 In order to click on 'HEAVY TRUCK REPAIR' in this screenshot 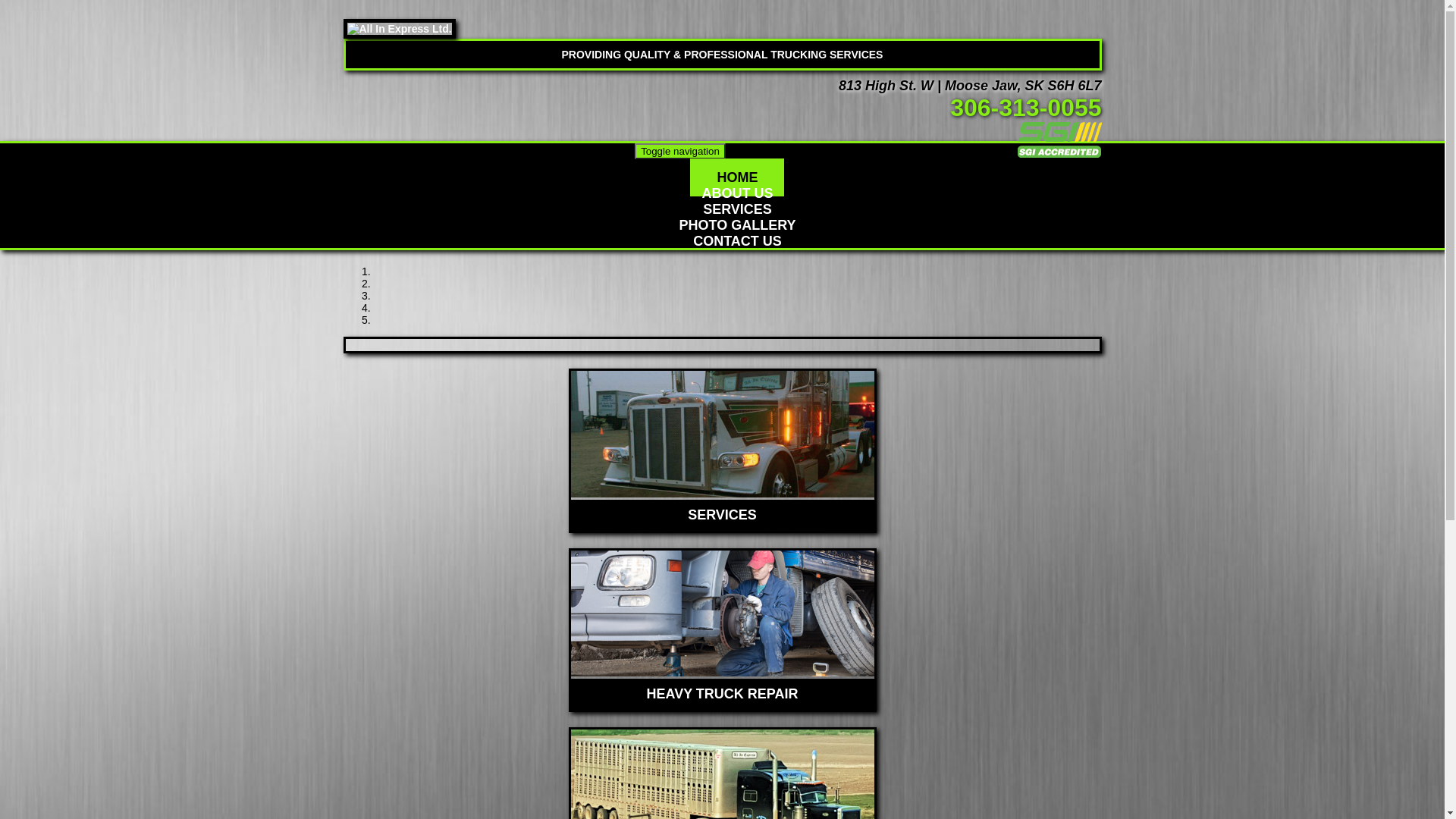, I will do `click(570, 688)`.